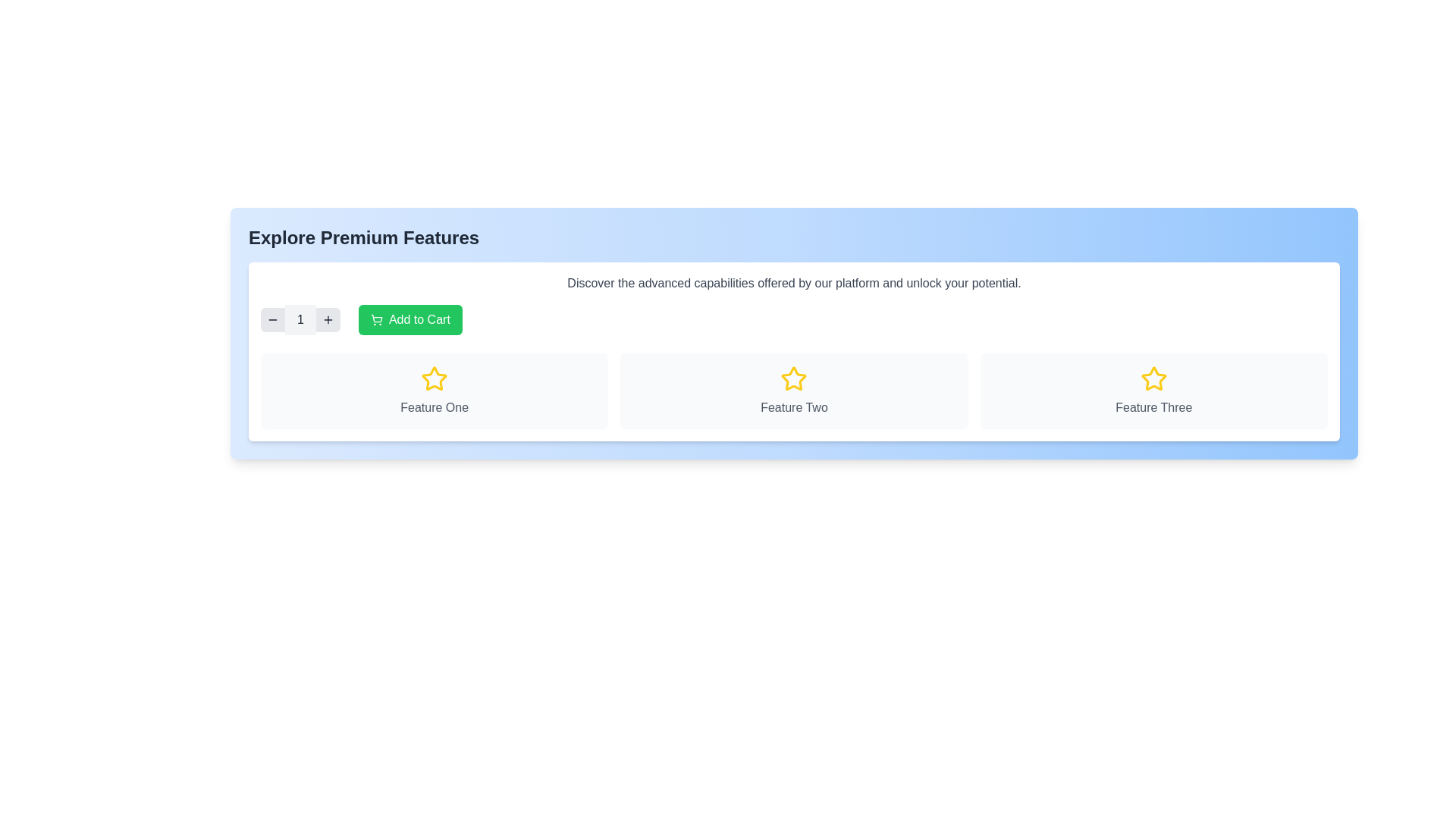 The image size is (1456, 819). Describe the element at coordinates (1153, 406) in the screenshot. I see `the text label displaying 'Feature Three' in gray font, located in the third column beneath a yellow star icon, within a rounded white background` at that location.